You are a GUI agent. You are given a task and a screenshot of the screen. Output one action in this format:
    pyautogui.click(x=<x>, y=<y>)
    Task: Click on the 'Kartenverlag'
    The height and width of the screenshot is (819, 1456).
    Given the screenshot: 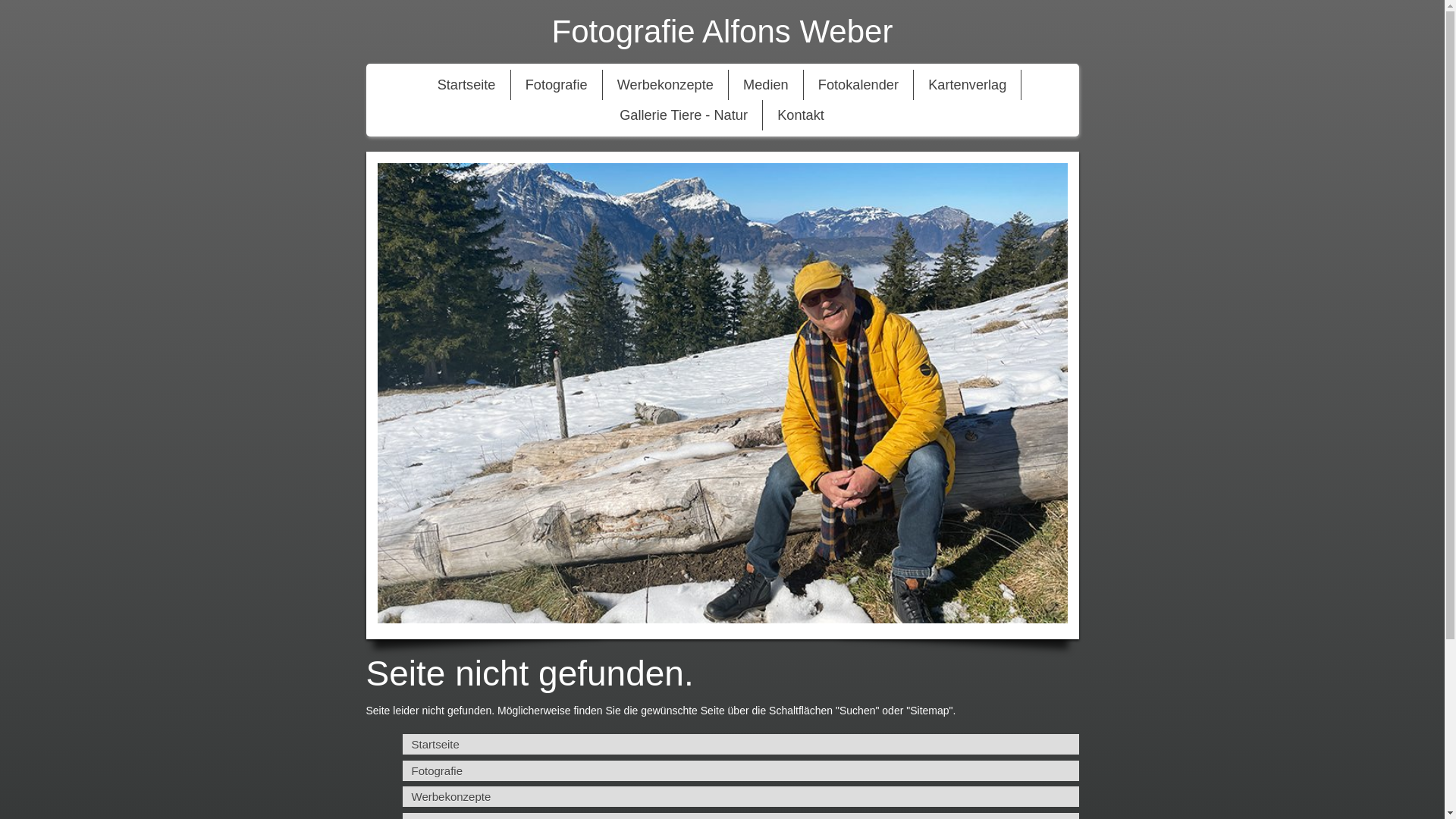 What is the action you would take?
    pyautogui.click(x=966, y=84)
    